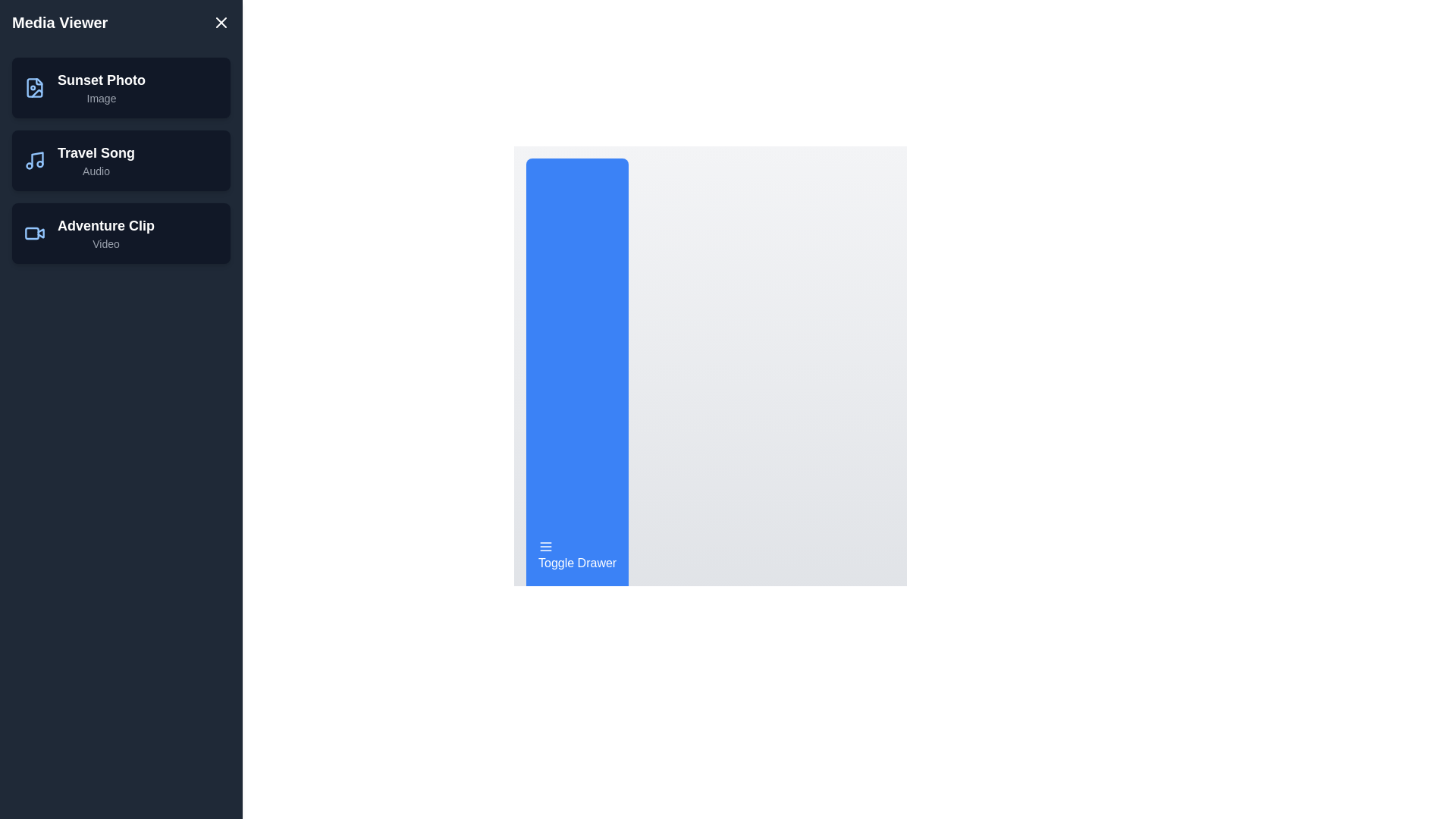 This screenshot has height=819, width=1456. I want to click on the close button to close the media drawer, so click(221, 23).